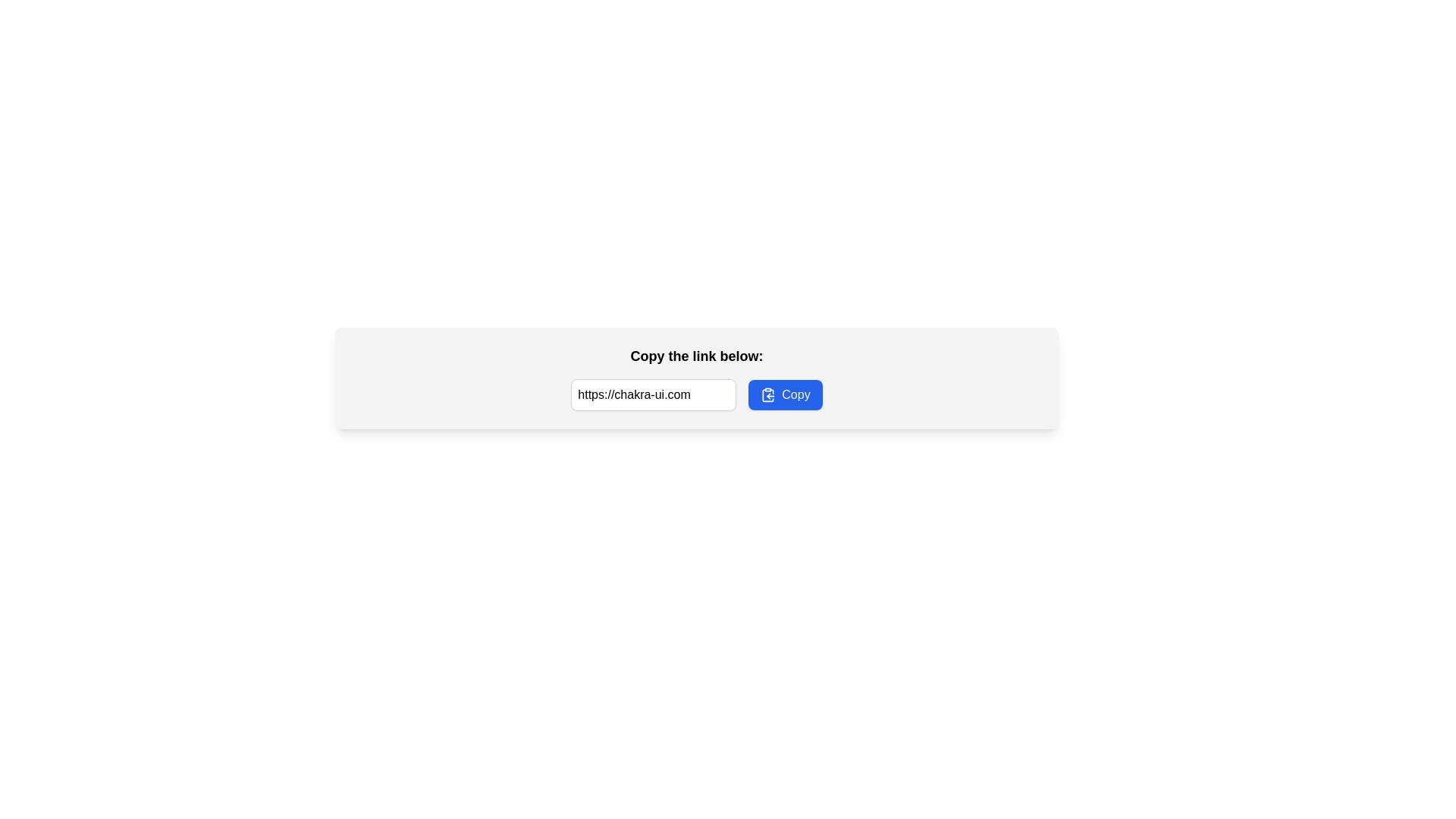 This screenshot has height=819, width=1456. I want to click on the text input field that contains the URL 'https://chakra-ui.com', which is styled with rounded corners and a light gray border, to select the URL, so click(654, 394).